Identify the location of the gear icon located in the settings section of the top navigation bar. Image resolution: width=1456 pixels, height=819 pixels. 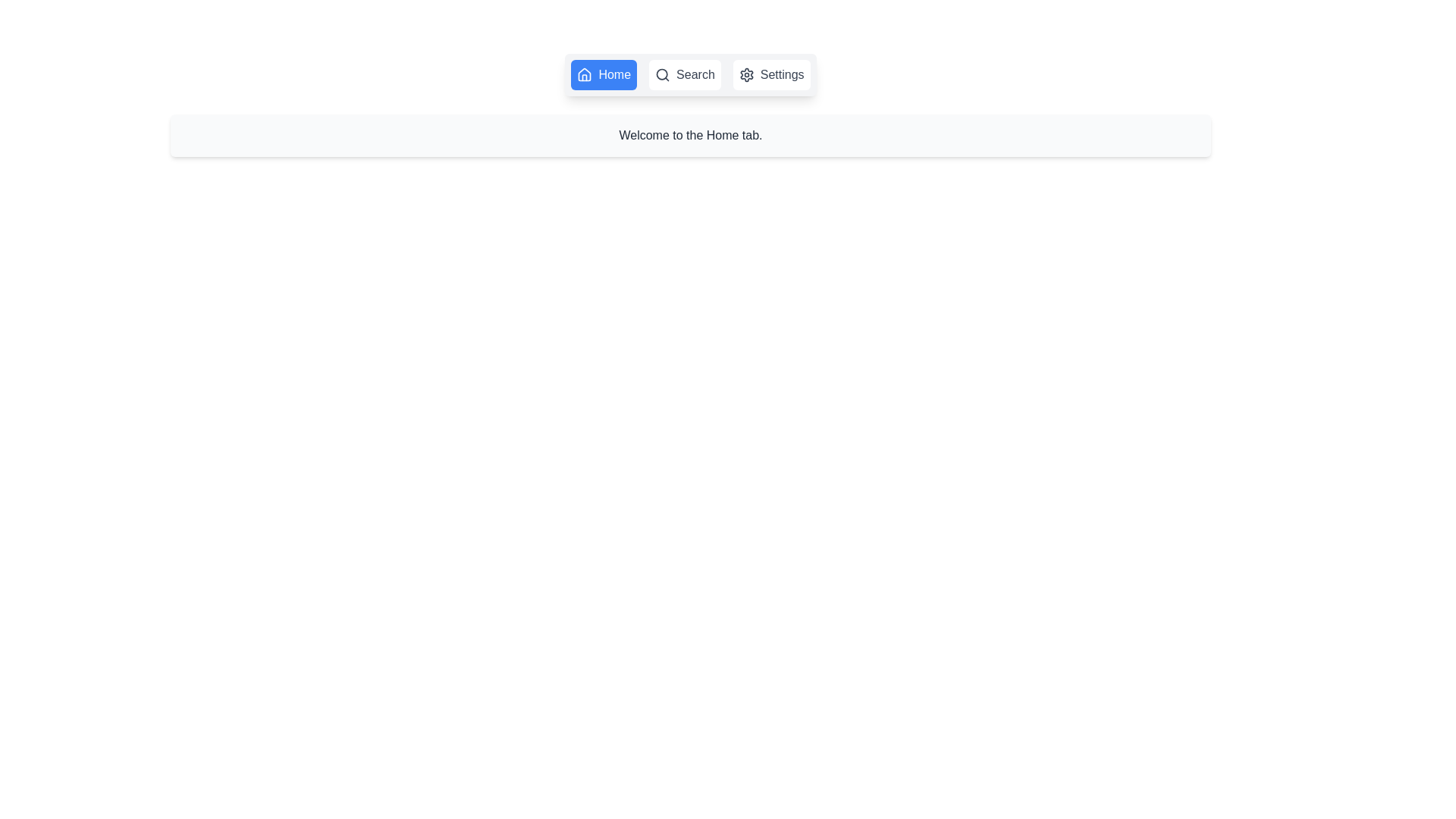
(746, 75).